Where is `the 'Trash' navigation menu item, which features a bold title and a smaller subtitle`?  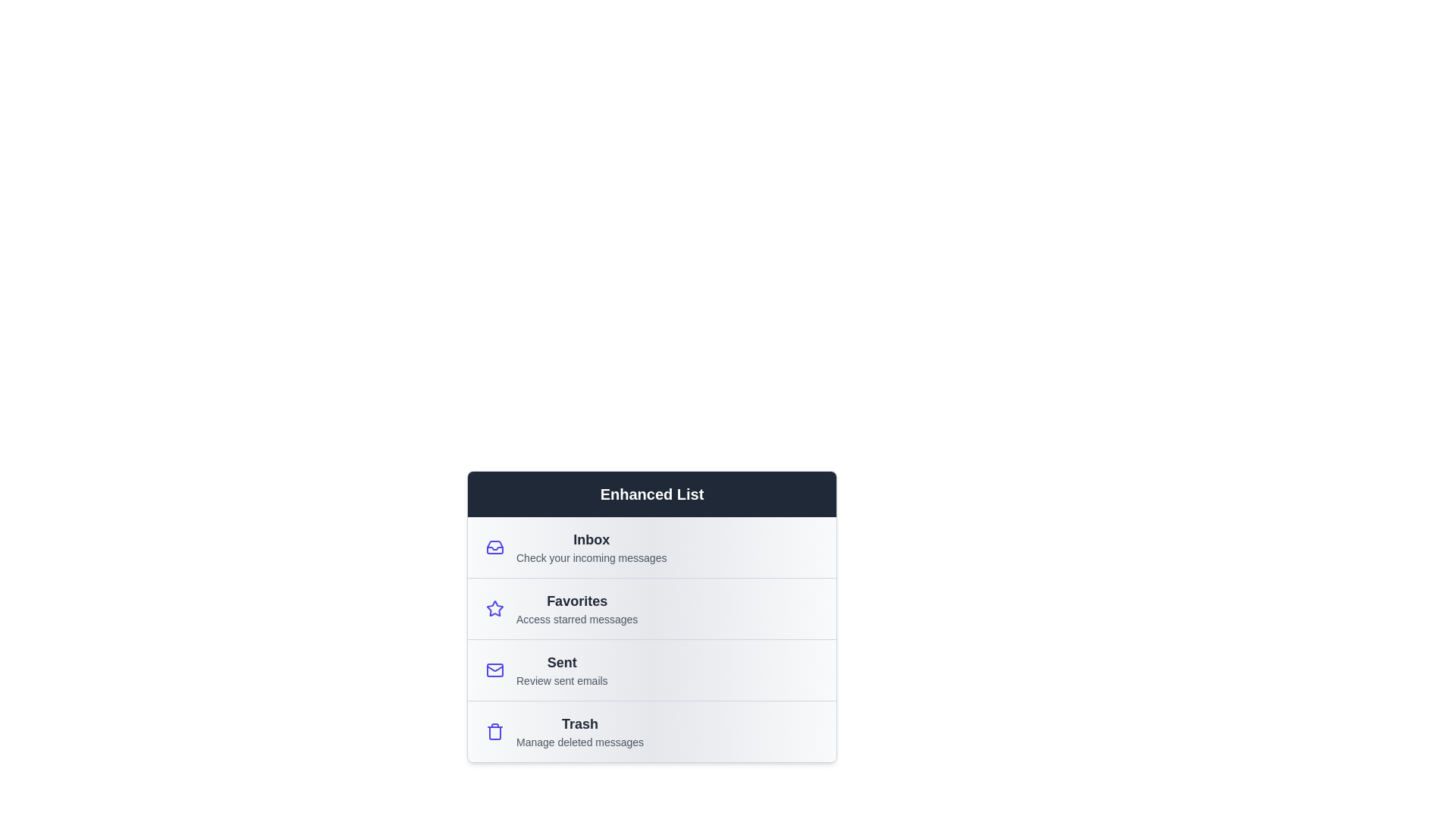 the 'Trash' navigation menu item, which features a bold title and a smaller subtitle is located at coordinates (579, 730).